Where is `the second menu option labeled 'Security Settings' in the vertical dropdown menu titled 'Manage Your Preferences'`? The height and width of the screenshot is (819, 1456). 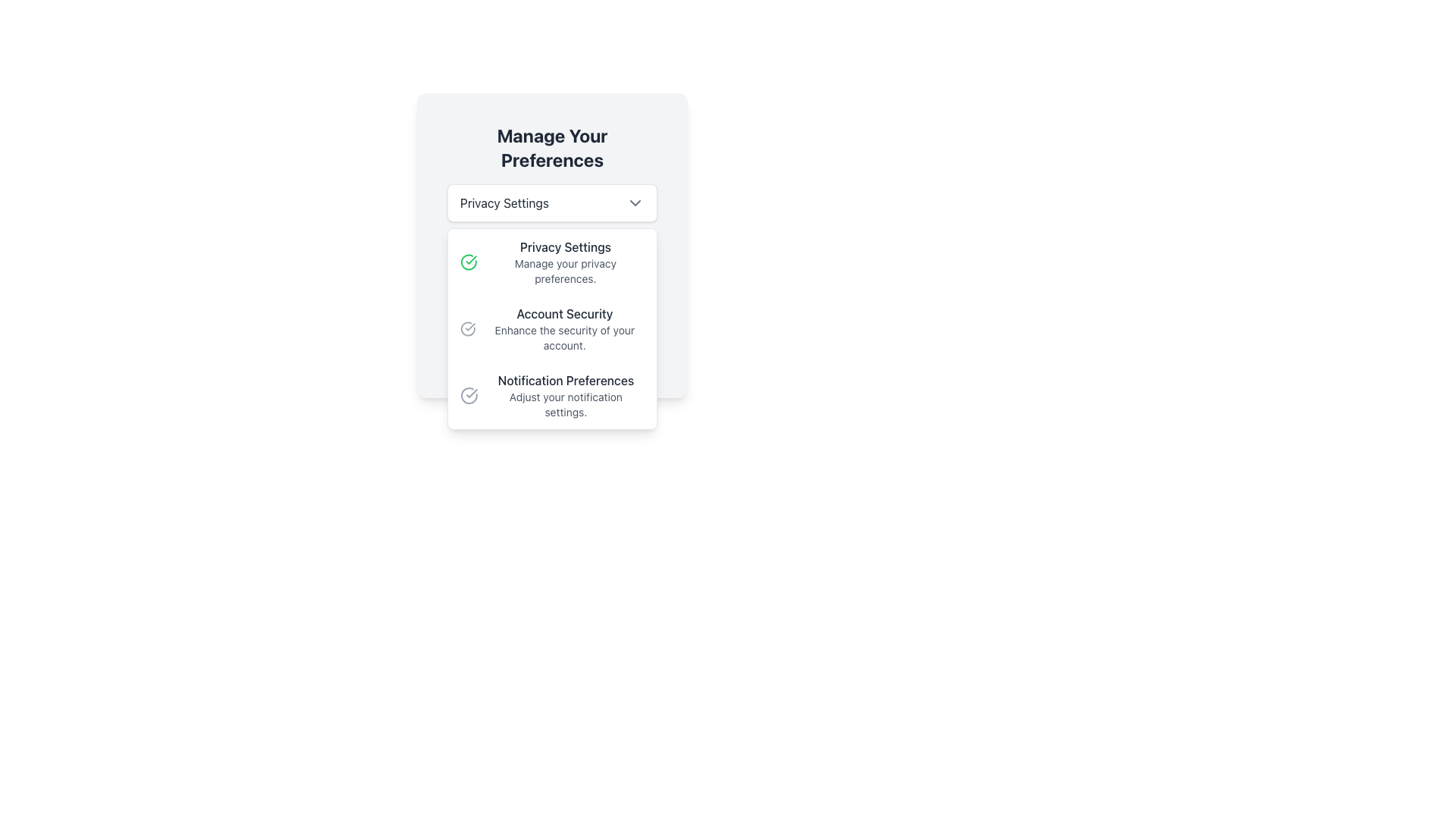
the second menu option labeled 'Security Settings' in the vertical dropdown menu titled 'Manage Your Preferences' is located at coordinates (551, 328).